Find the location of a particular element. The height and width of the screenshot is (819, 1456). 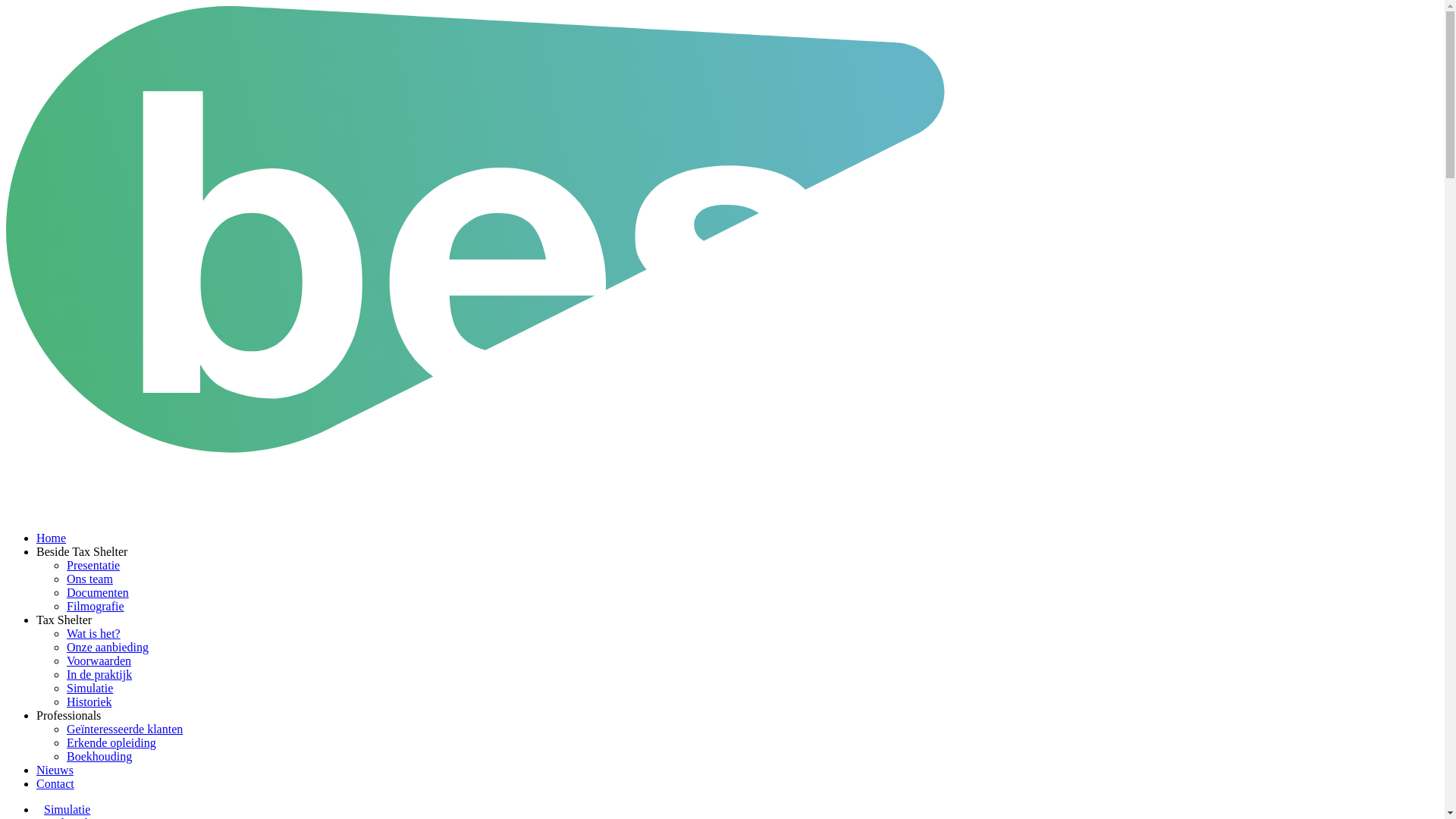

'Historiek' is located at coordinates (89, 701).